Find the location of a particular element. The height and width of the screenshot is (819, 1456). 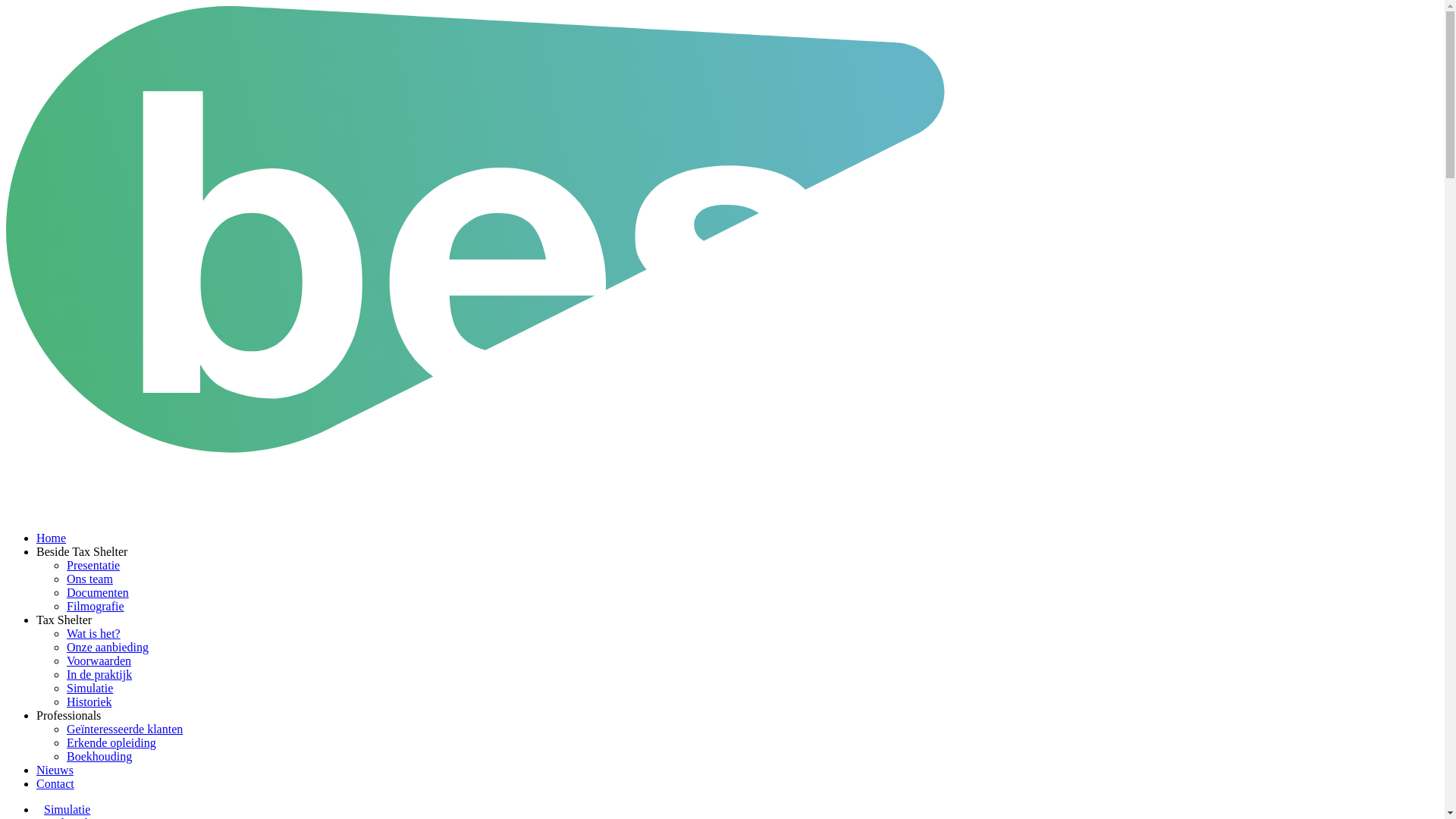

'Historiek' is located at coordinates (89, 701).